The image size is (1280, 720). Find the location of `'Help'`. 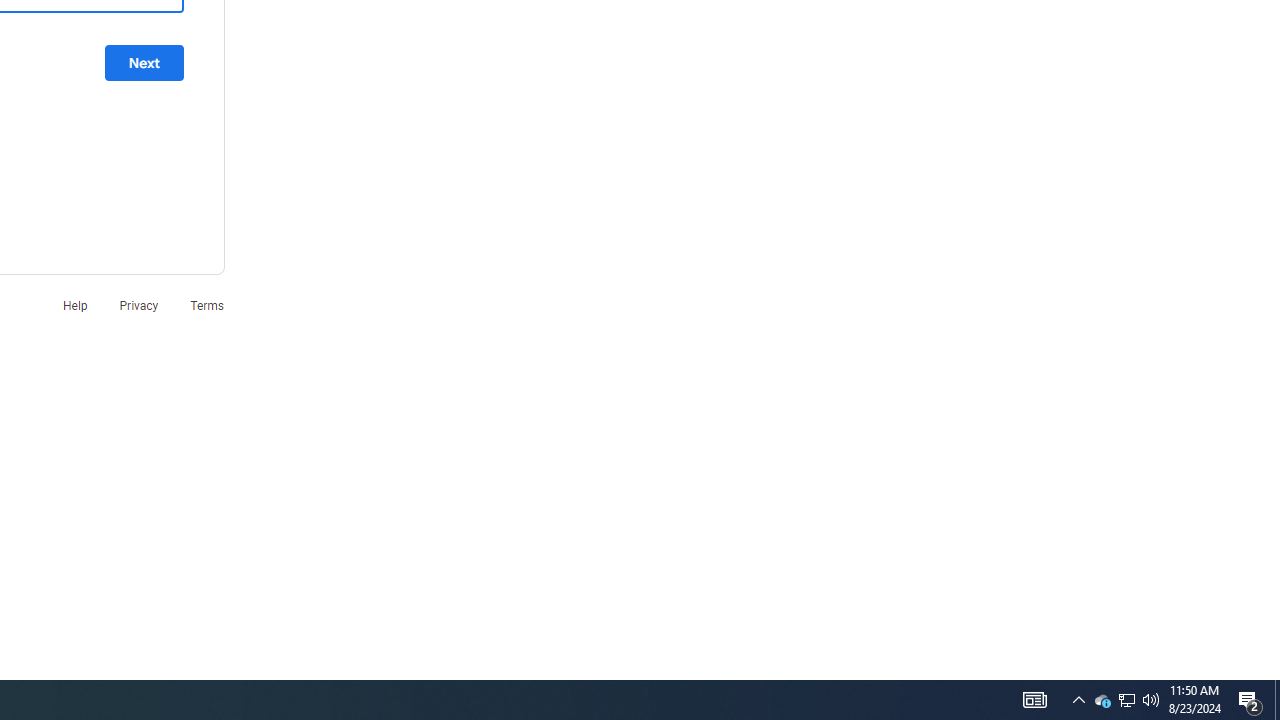

'Help' is located at coordinates (74, 305).